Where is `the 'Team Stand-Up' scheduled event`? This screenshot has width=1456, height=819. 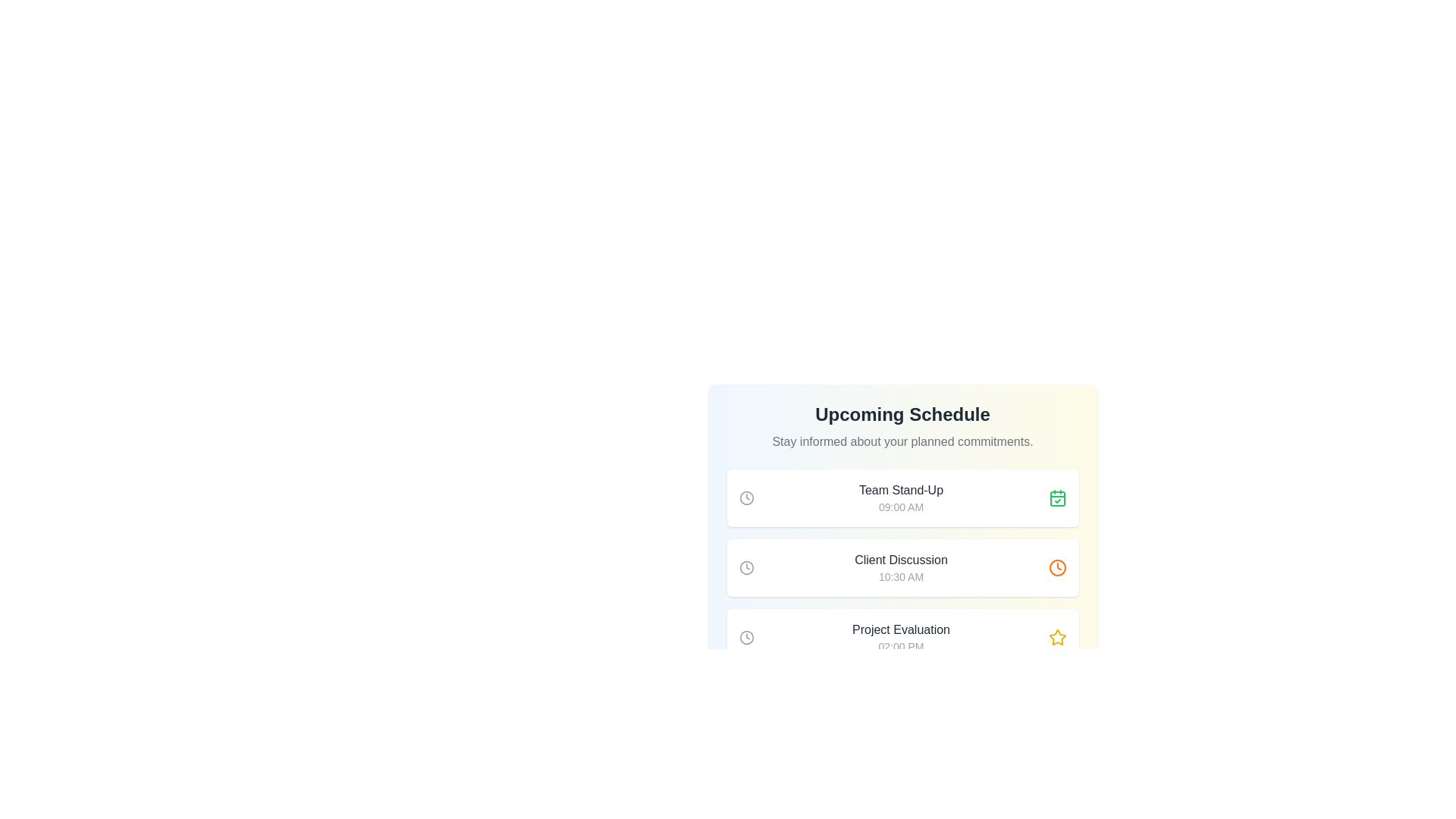 the 'Team Stand-Up' scheduled event is located at coordinates (902, 497).